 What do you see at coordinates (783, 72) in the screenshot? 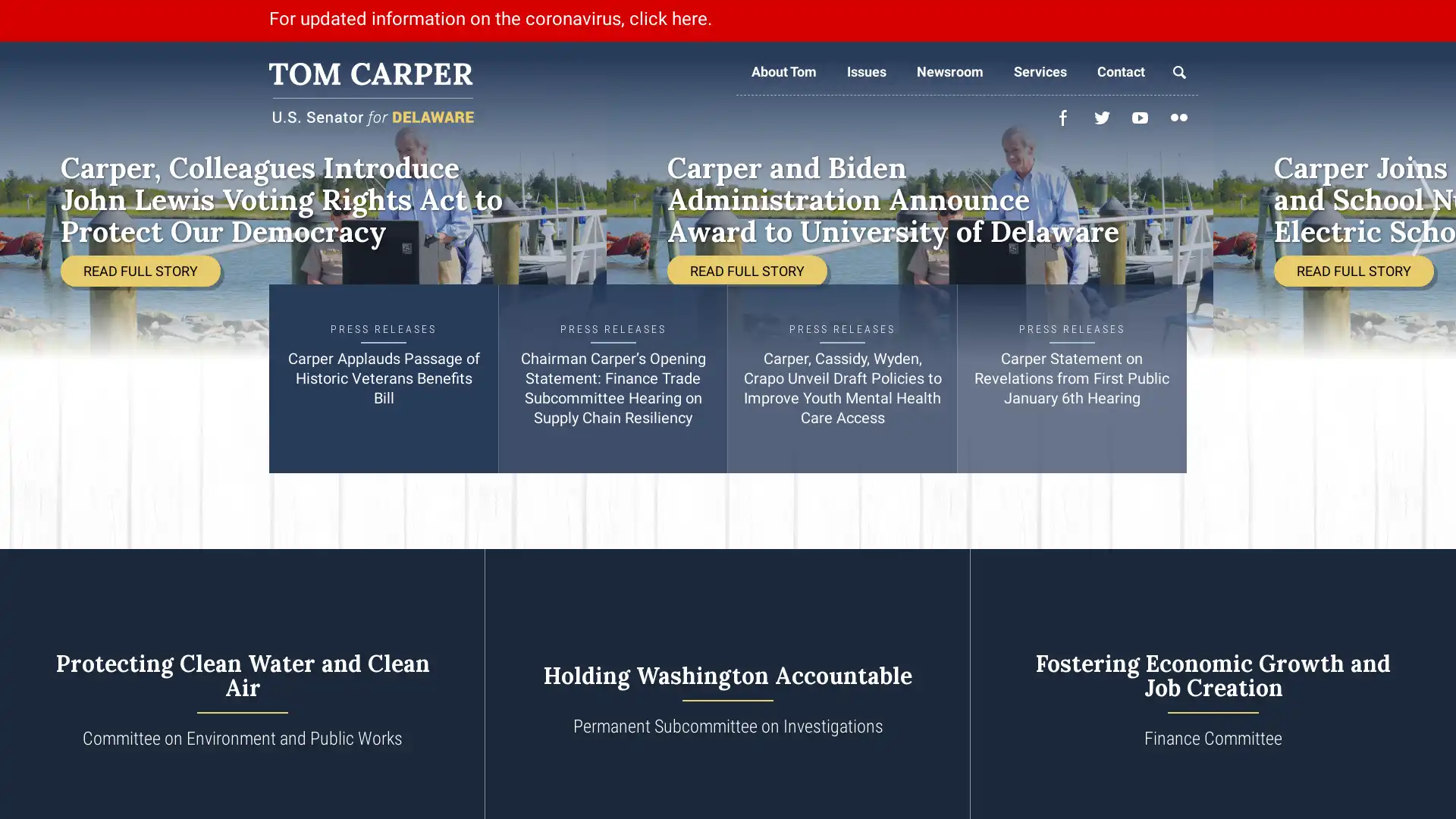
I see `About Tom` at bounding box center [783, 72].